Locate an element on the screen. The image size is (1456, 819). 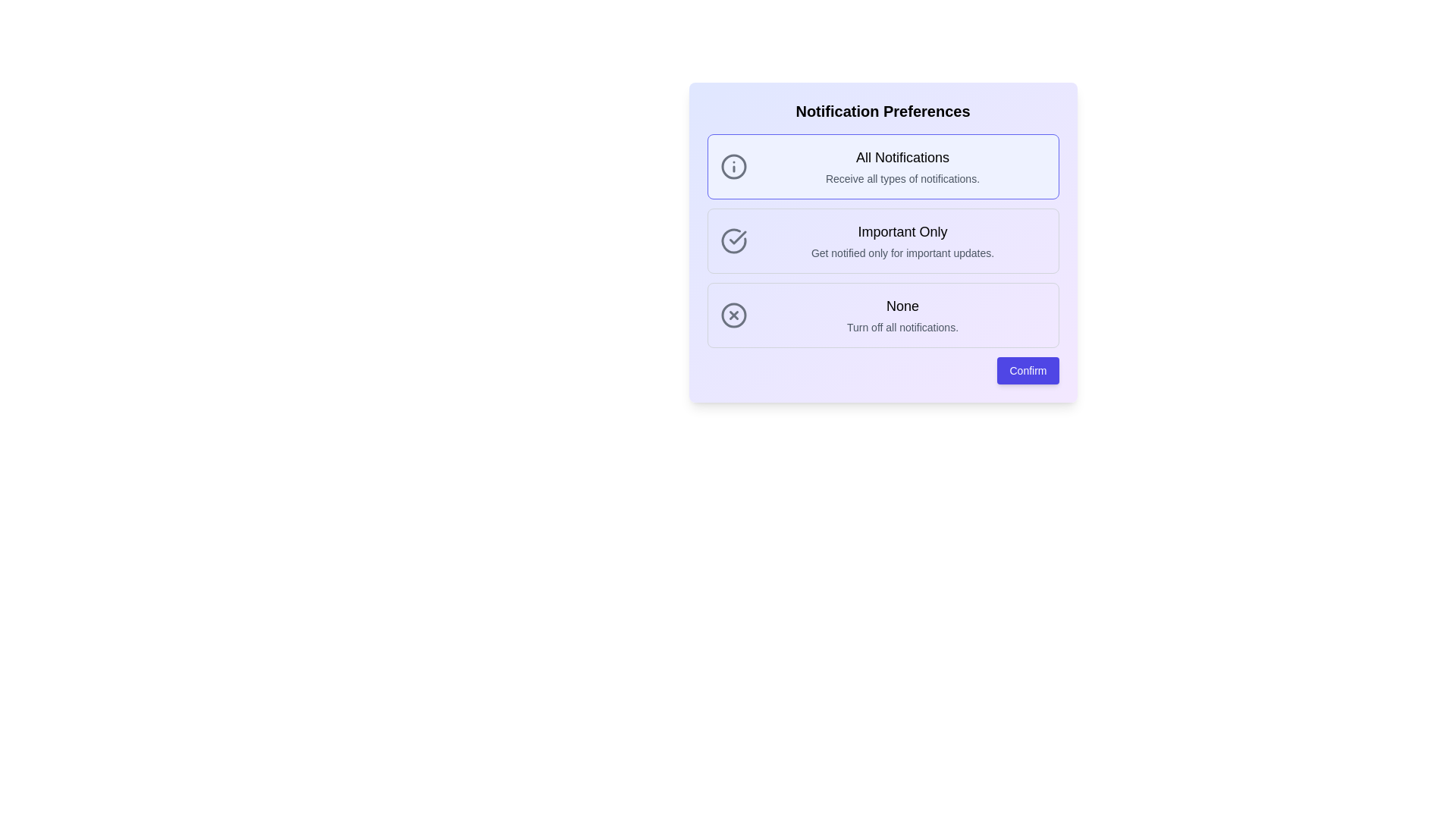
the 'Important Only' radio button option in the 'Notification Preferences' dialog is located at coordinates (883, 240).